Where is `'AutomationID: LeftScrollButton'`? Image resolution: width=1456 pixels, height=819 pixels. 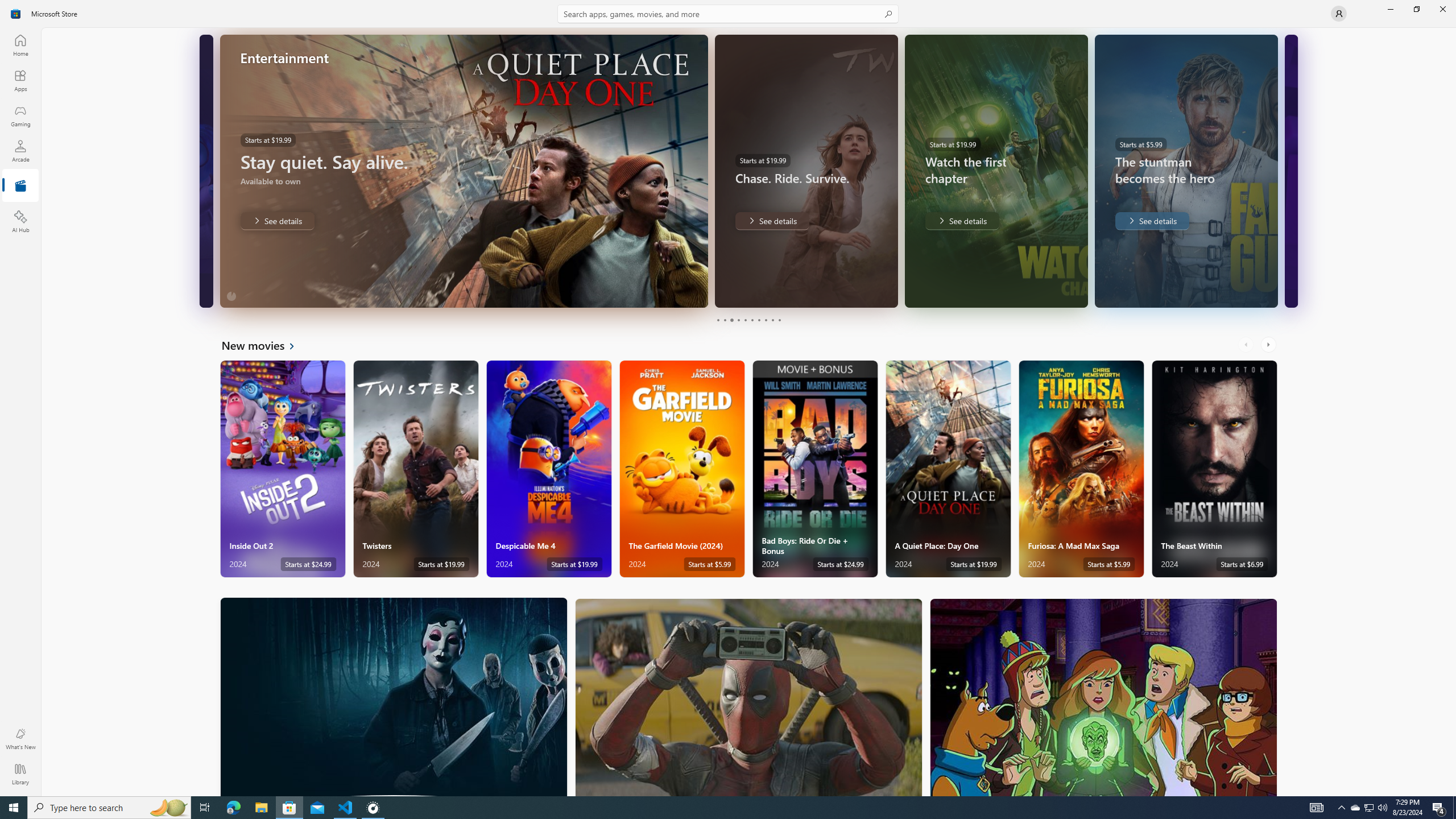
'AutomationID: LeftScrollButton' is located at coordinates (1247, 344).